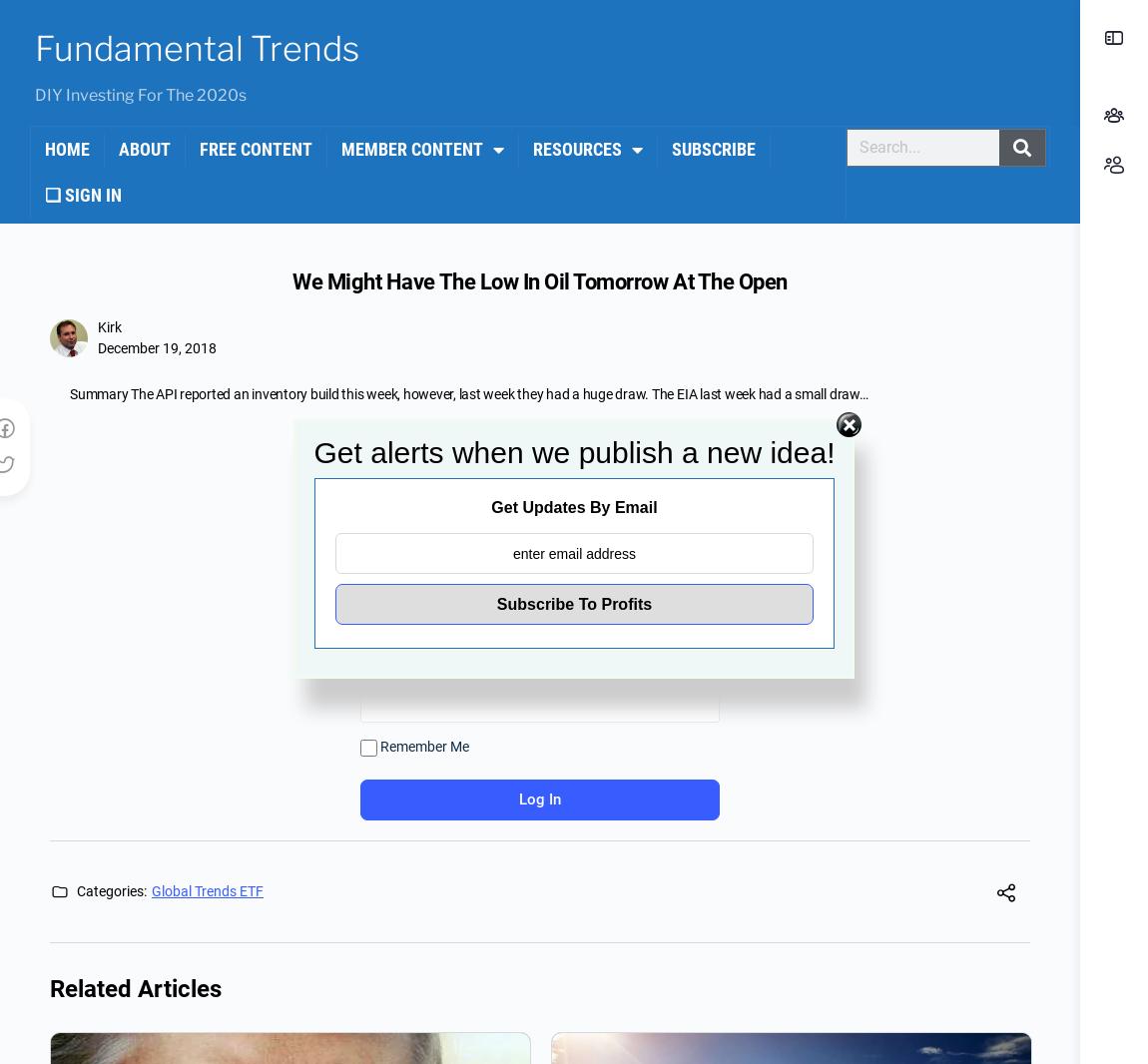 The height and width of the screenshot is (1064, 1148). Describe the element at coordinates (574, 452) in the screenshot. I see `'Get alerts when we publish a new idea!'` at that location.